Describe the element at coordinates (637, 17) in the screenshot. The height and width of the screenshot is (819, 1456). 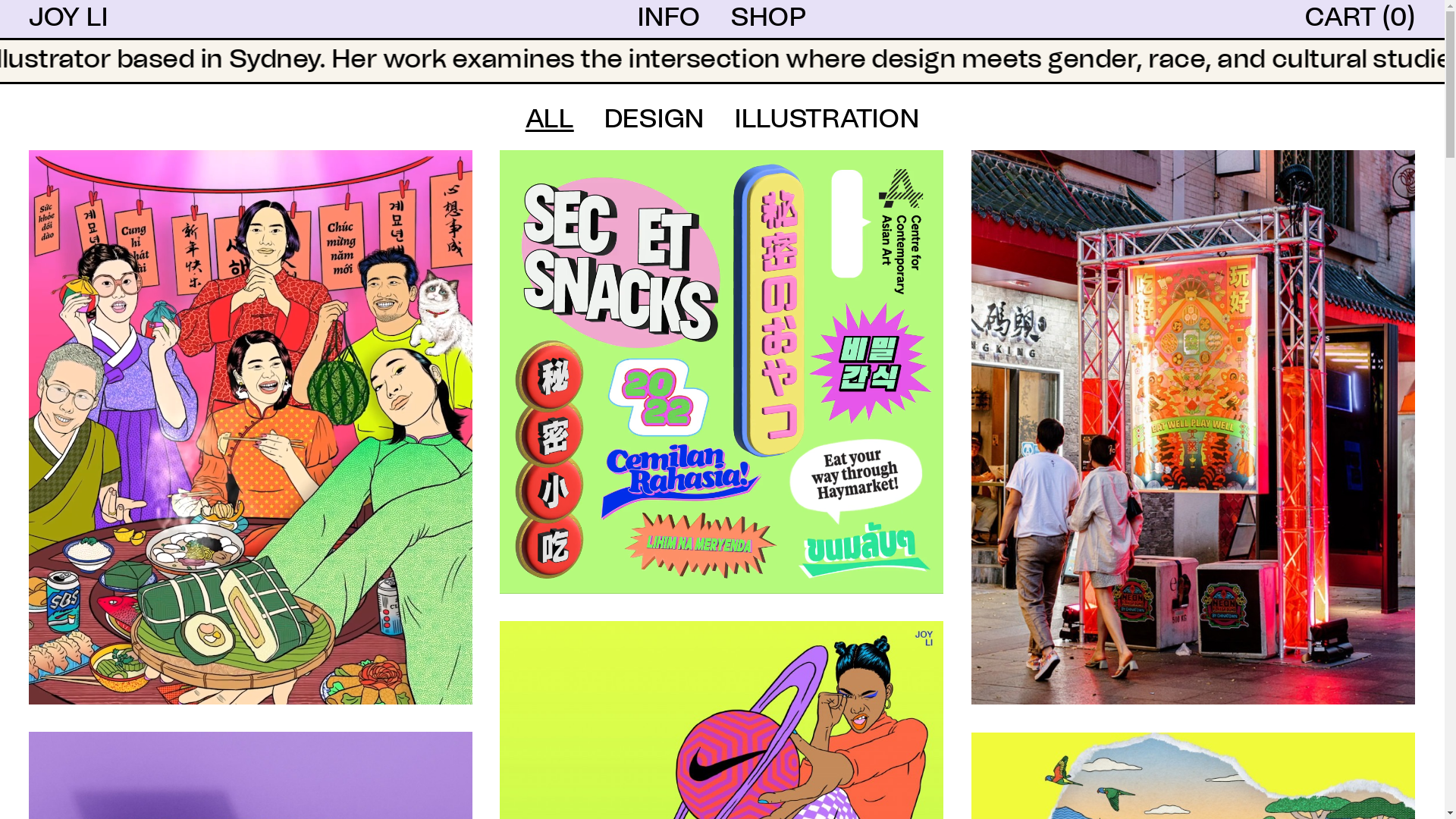
I see `'INFO'` at that location.